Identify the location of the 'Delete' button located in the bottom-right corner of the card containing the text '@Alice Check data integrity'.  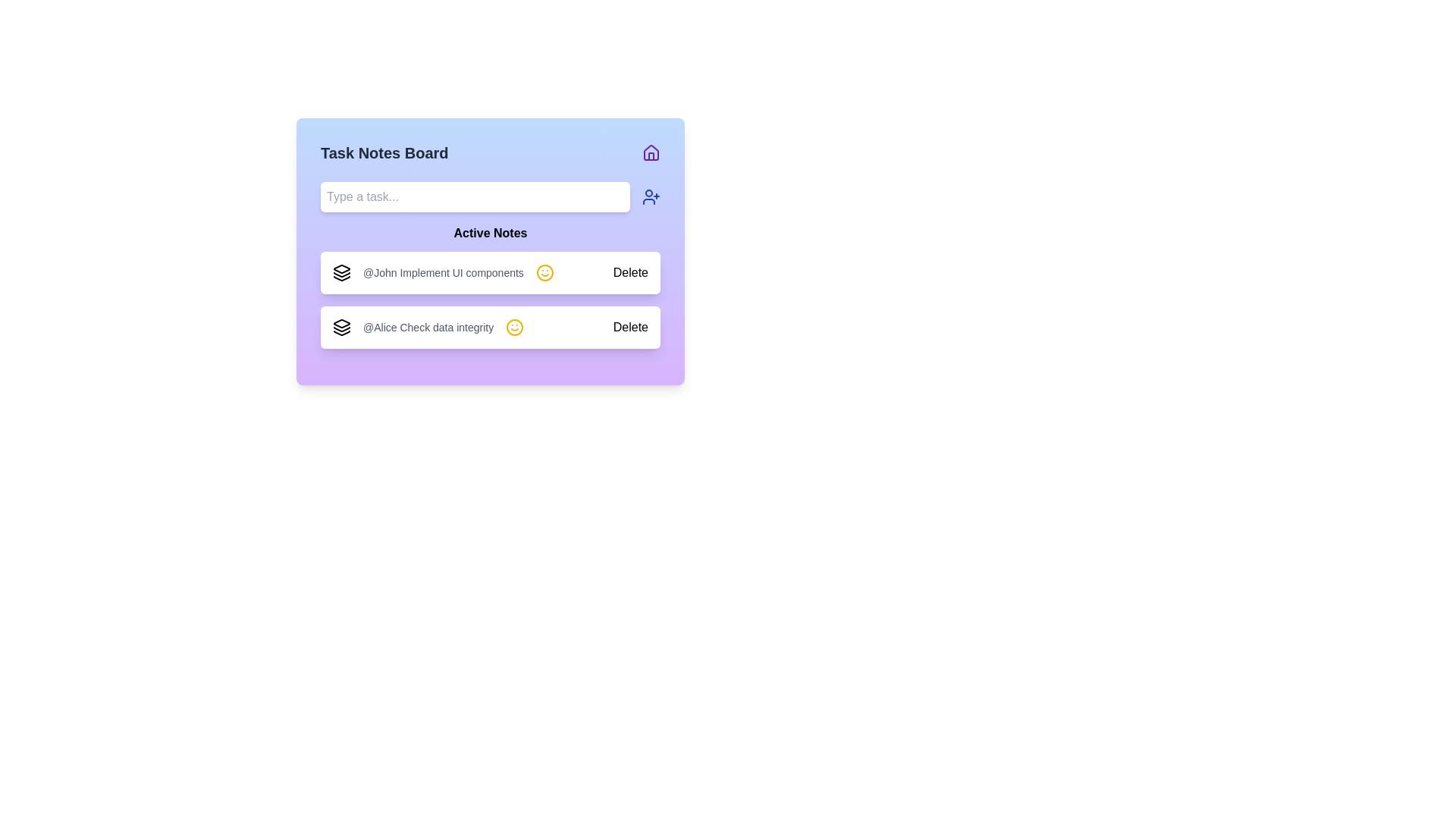
(630, 327).